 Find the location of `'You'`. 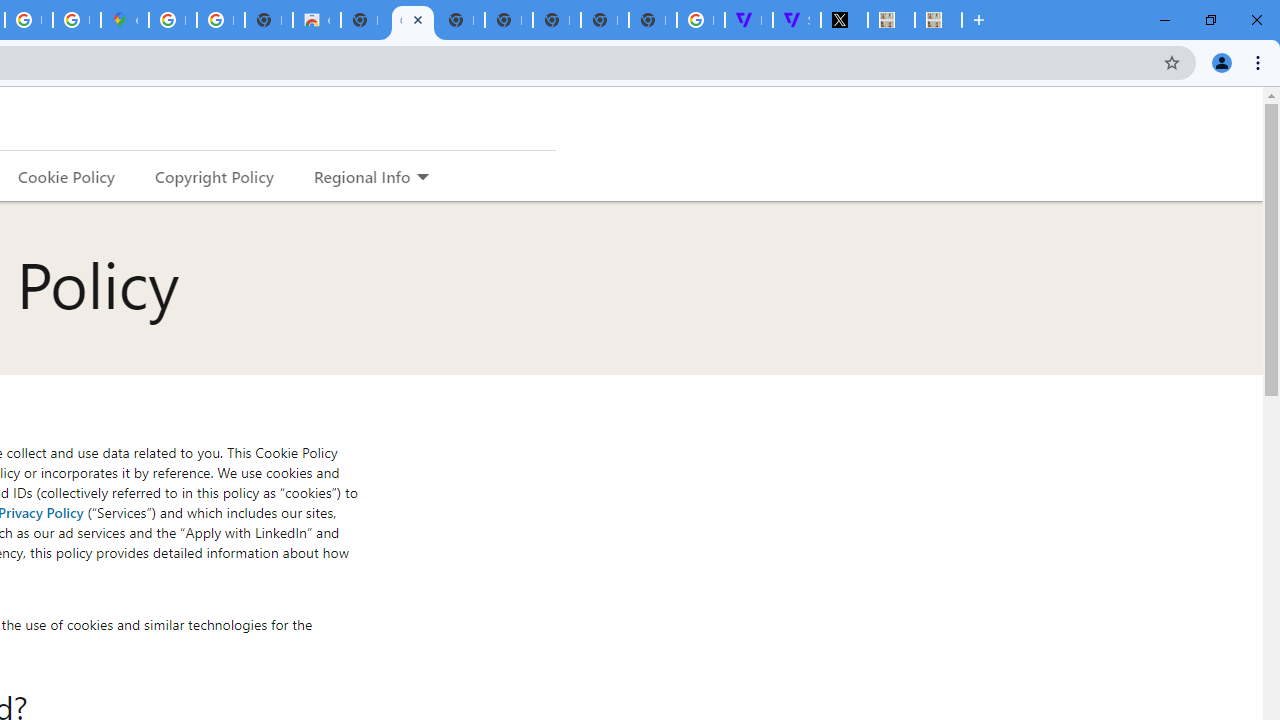

'You' is located at coordinates (1220, 61).